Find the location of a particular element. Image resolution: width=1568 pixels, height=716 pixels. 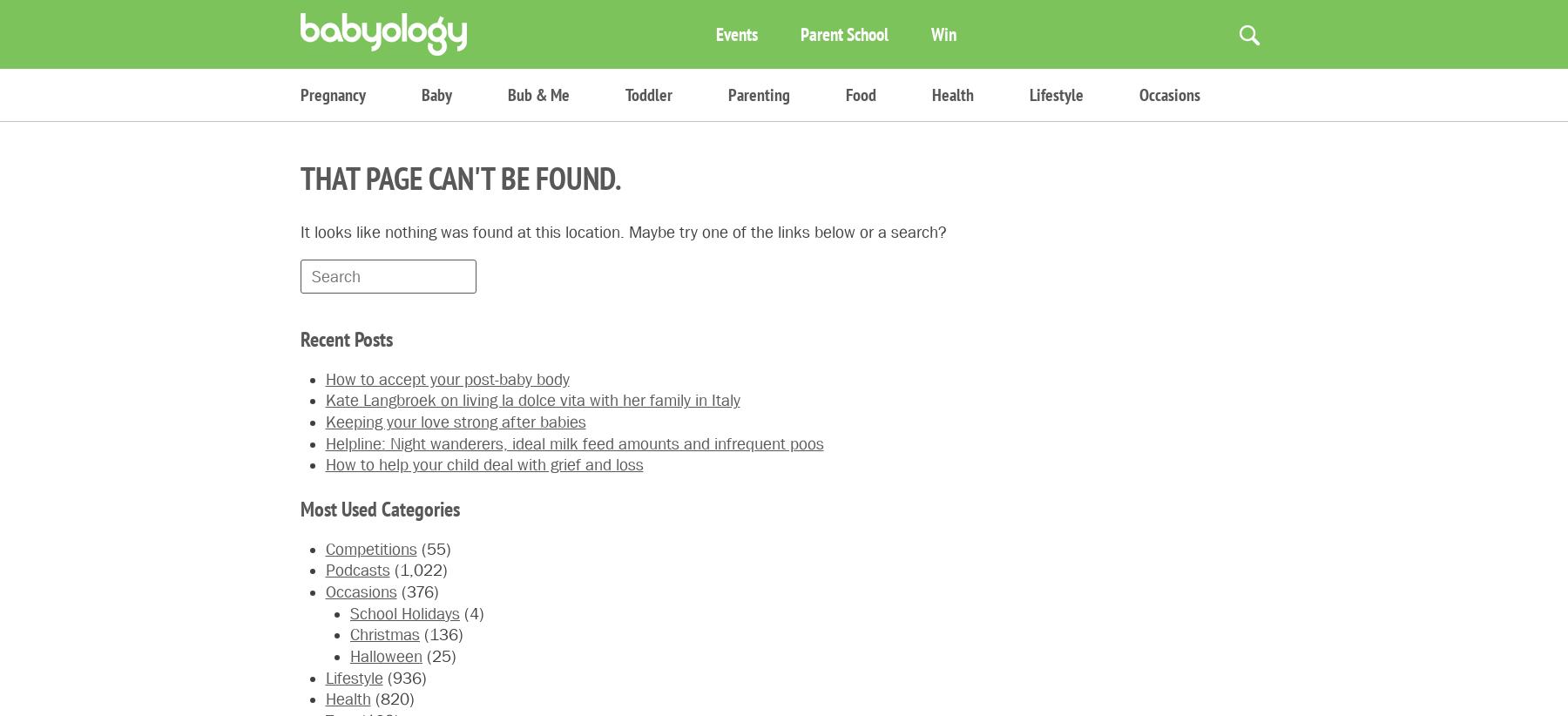

'Events' is located at coordinates (716, 32).